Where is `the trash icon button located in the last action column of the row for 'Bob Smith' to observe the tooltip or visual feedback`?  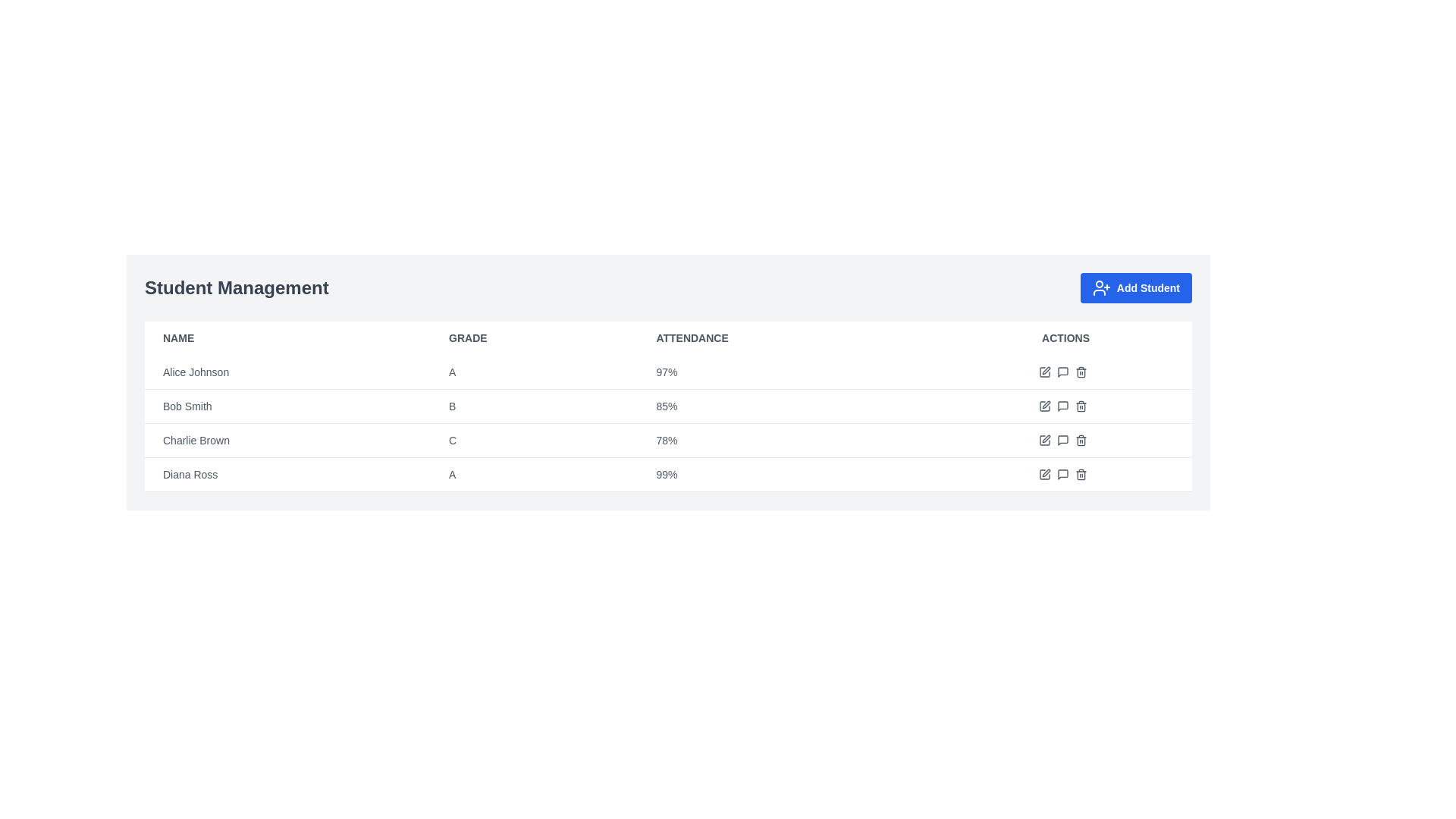
the trash icon button located in the last action column of the row for 'Bob Smith' to observe the tooltip or visual feedback is located at coordinates (1080, 406).